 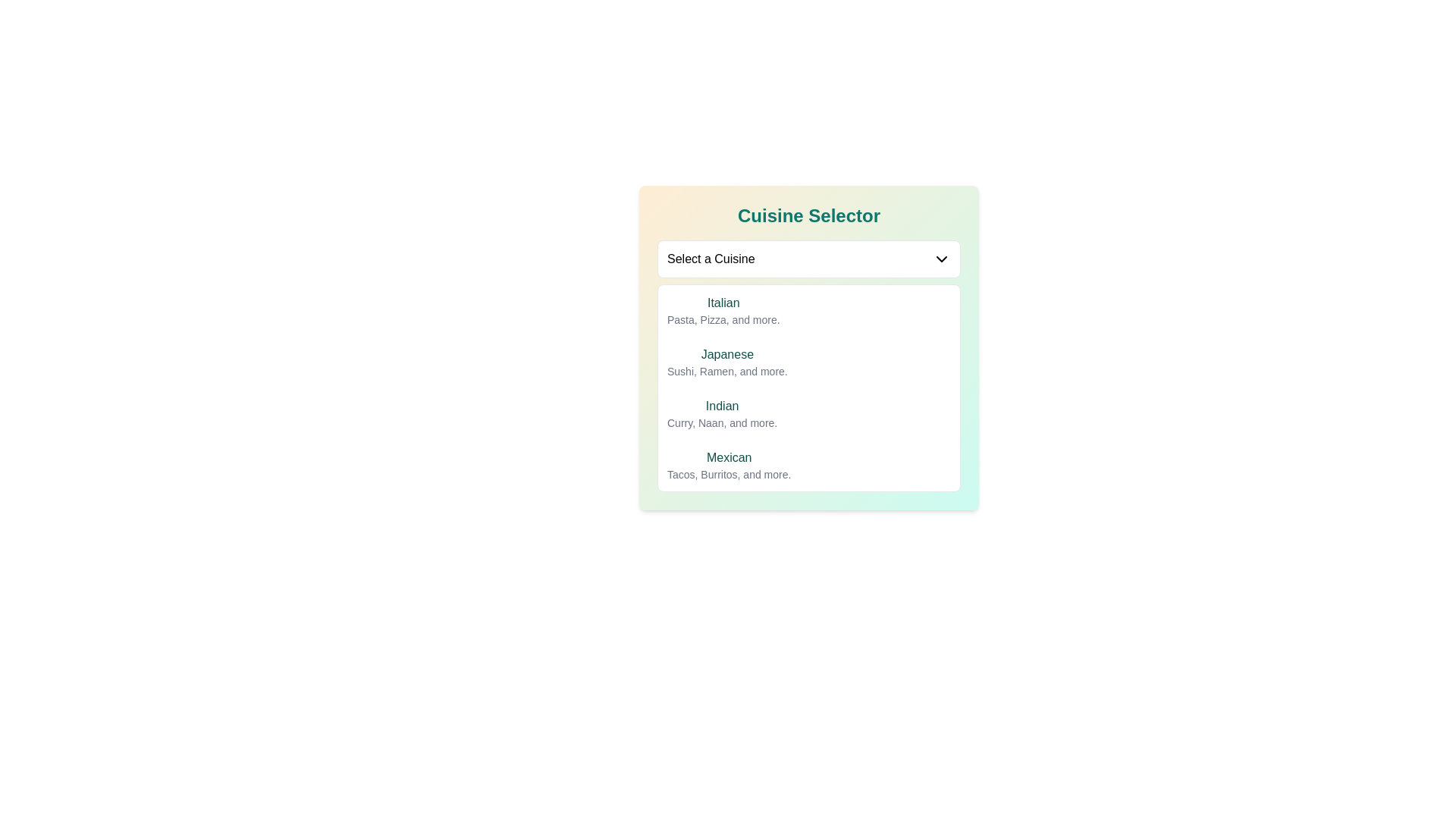 I want to click on on the fourth item in the Cuisine Selector list, which displays 'Mexican' in teal and 'Tacos, Burritos, and more.' in gray, so click(x=808, y=464).